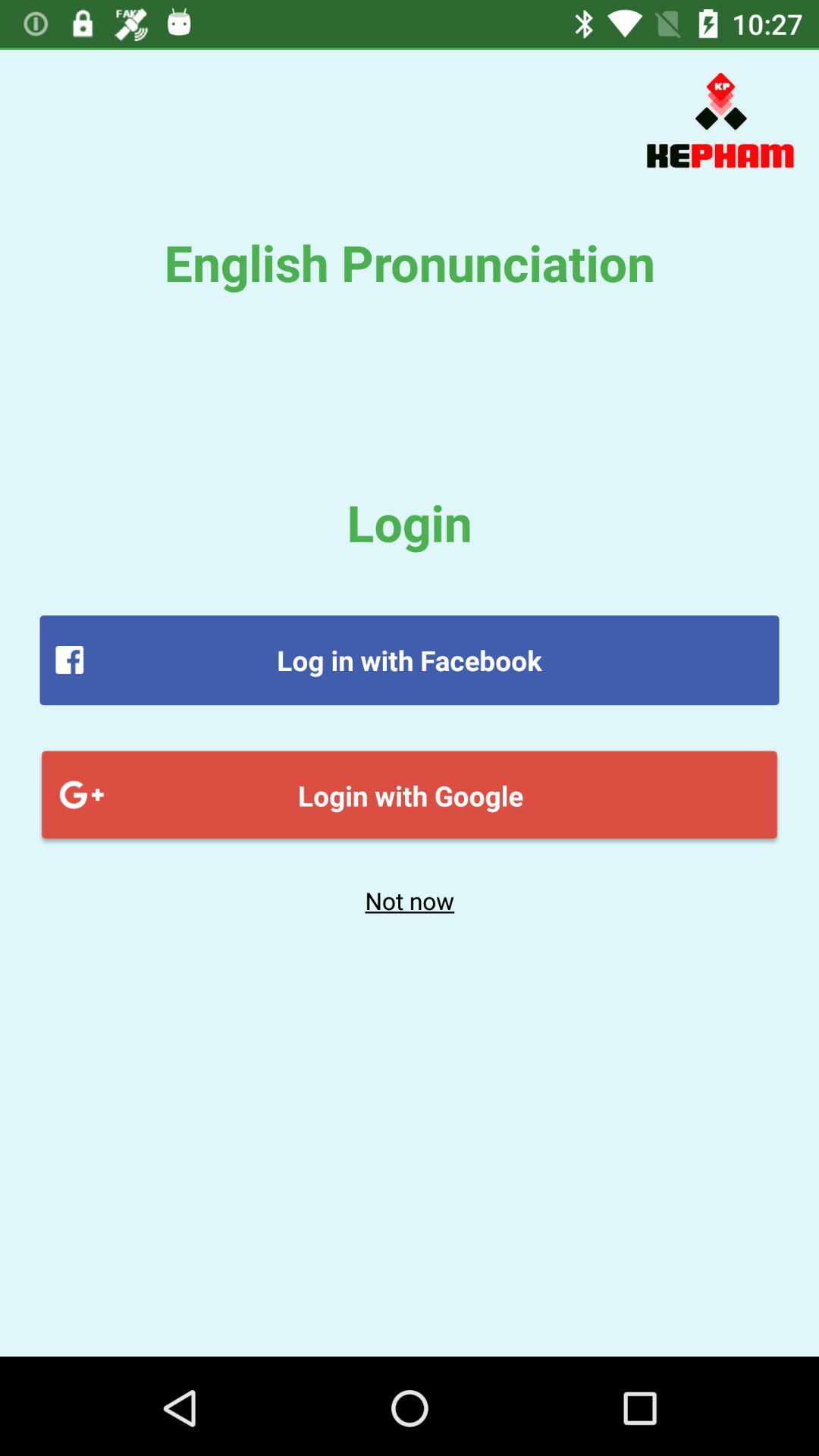 Image resolution: width=819 pixels, height=1456 pixels. I want to click on the log in with, so click(409, 660).